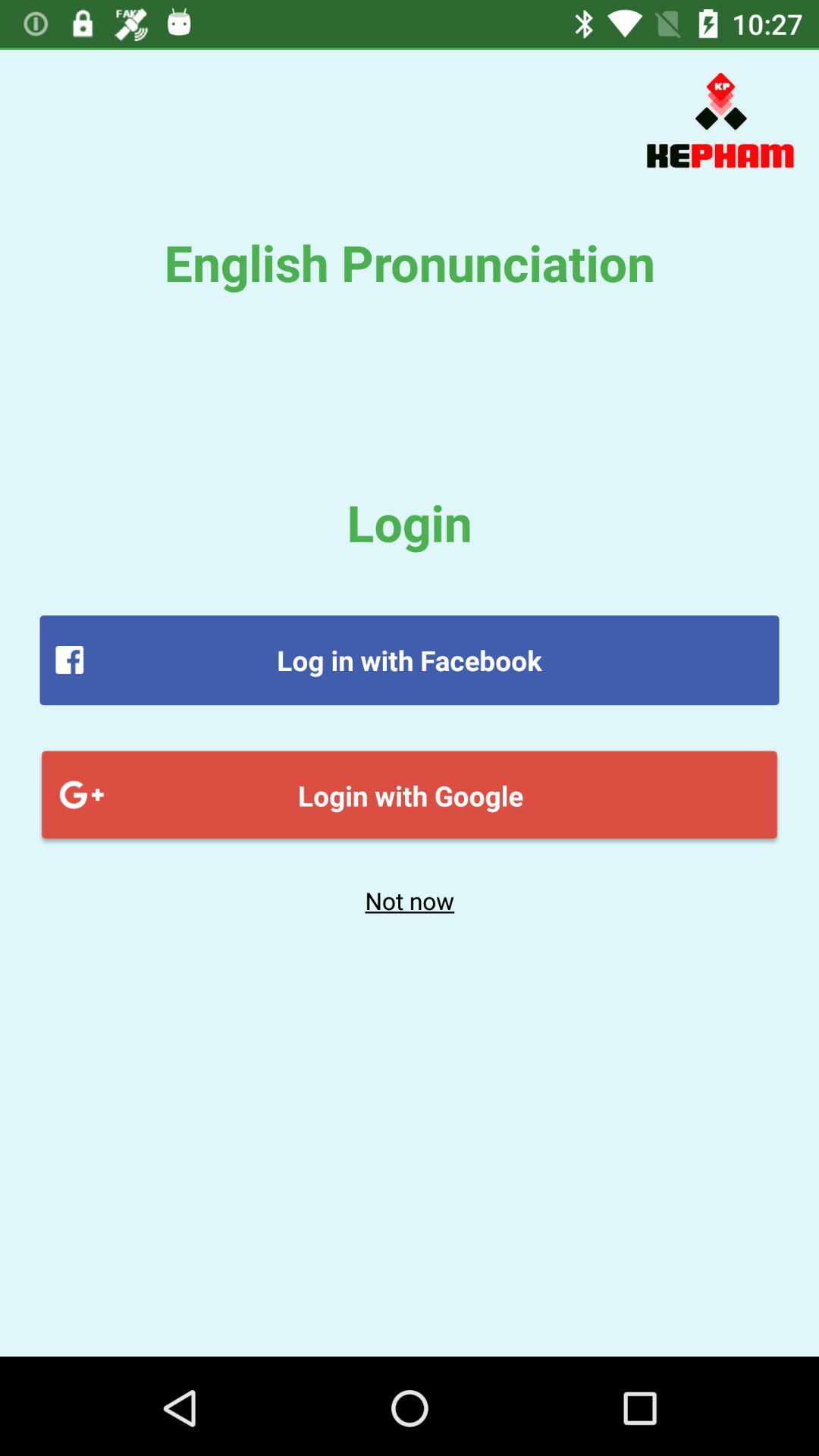 Image resolution: width=819 pixels, height=1456 pixels. I want to click on the log in with, so click(409, 660).